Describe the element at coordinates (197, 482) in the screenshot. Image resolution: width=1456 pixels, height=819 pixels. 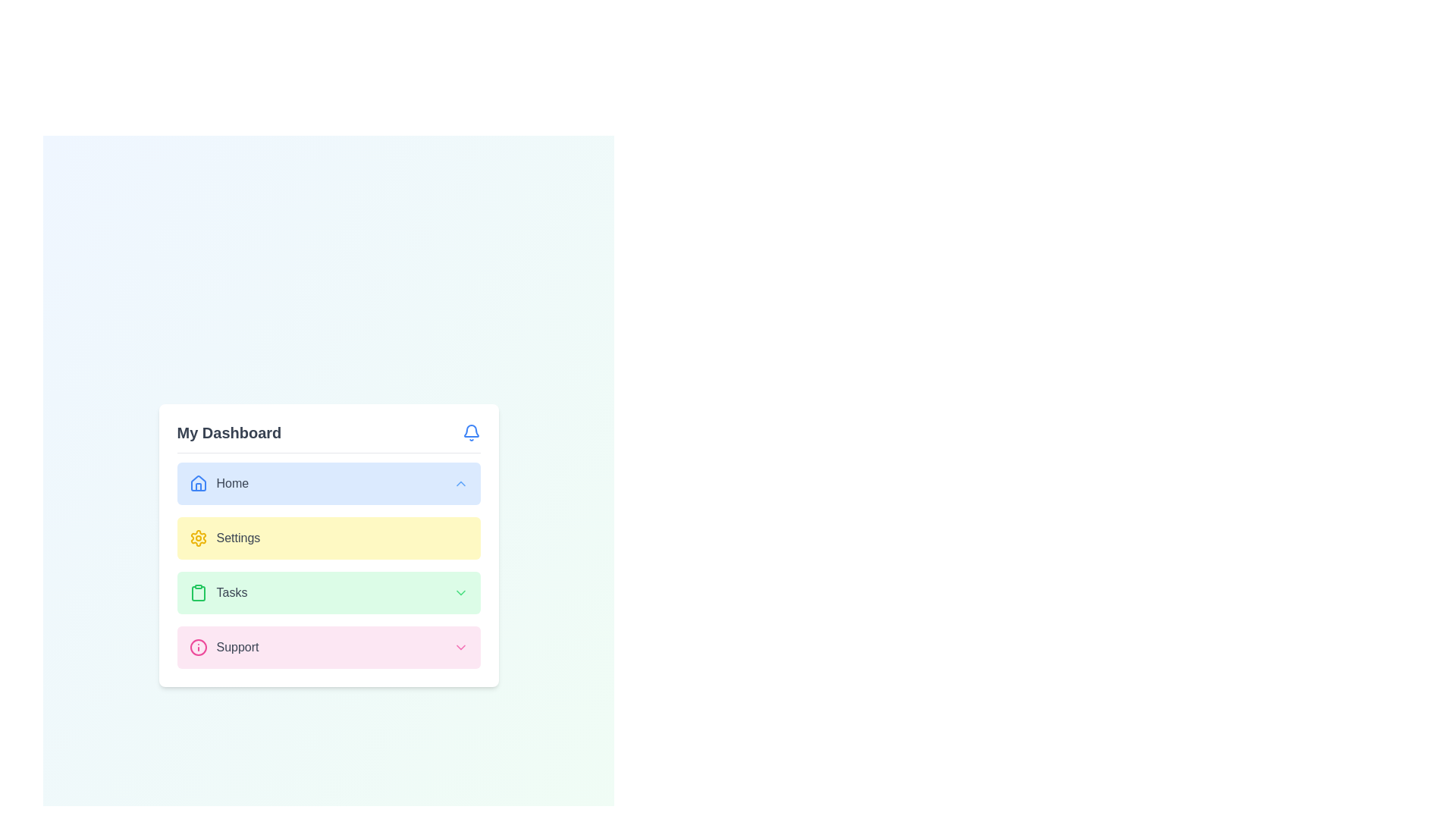
I see `the 'Home' icon located in the blue section of the dashboard interface, which serves as a visual indicator for the home section` at that location.